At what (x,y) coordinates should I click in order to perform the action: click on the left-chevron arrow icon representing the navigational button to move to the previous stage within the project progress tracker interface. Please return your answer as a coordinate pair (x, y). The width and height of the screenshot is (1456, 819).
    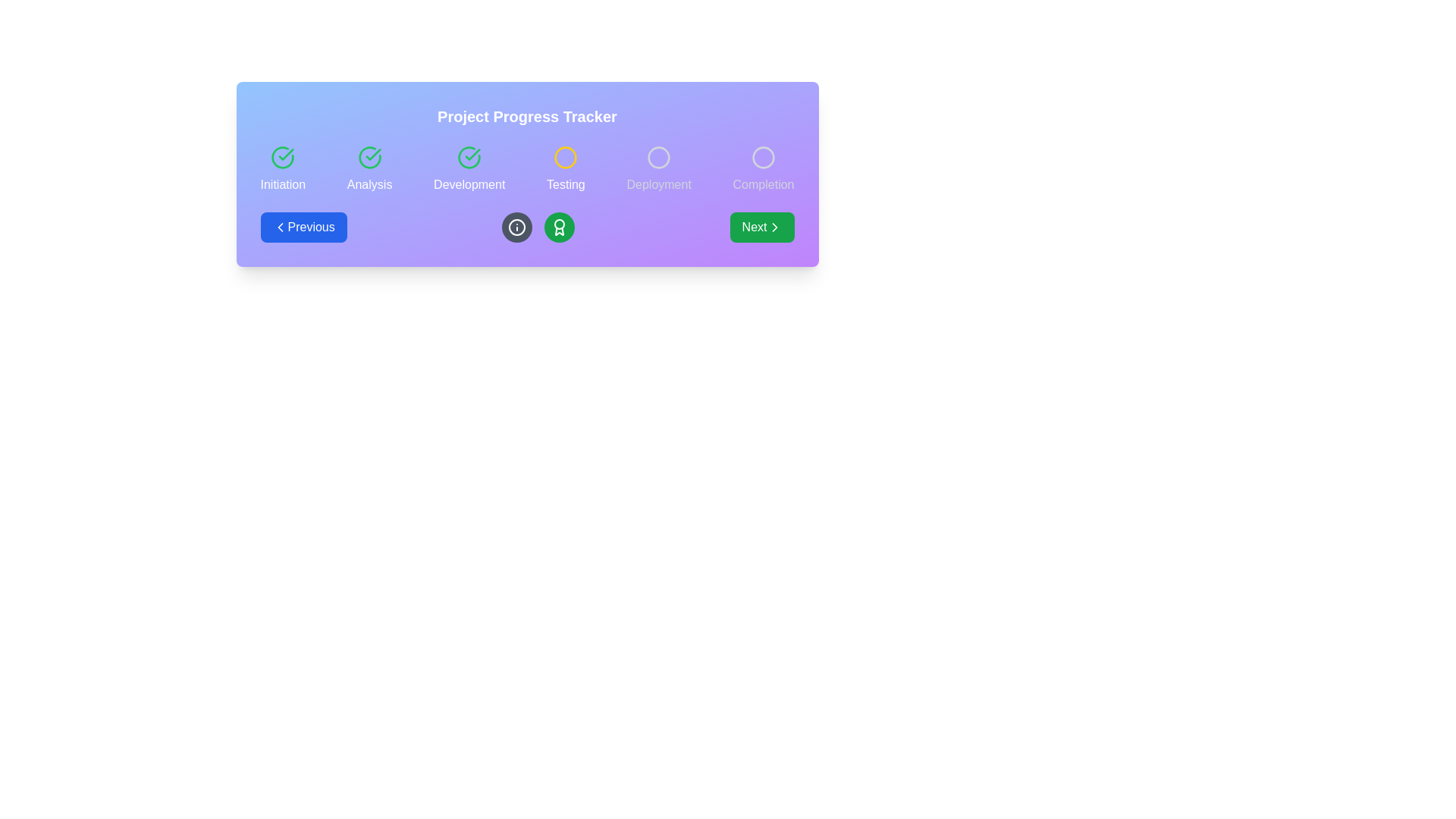
    Looking at the image, I should click on (280, 227).